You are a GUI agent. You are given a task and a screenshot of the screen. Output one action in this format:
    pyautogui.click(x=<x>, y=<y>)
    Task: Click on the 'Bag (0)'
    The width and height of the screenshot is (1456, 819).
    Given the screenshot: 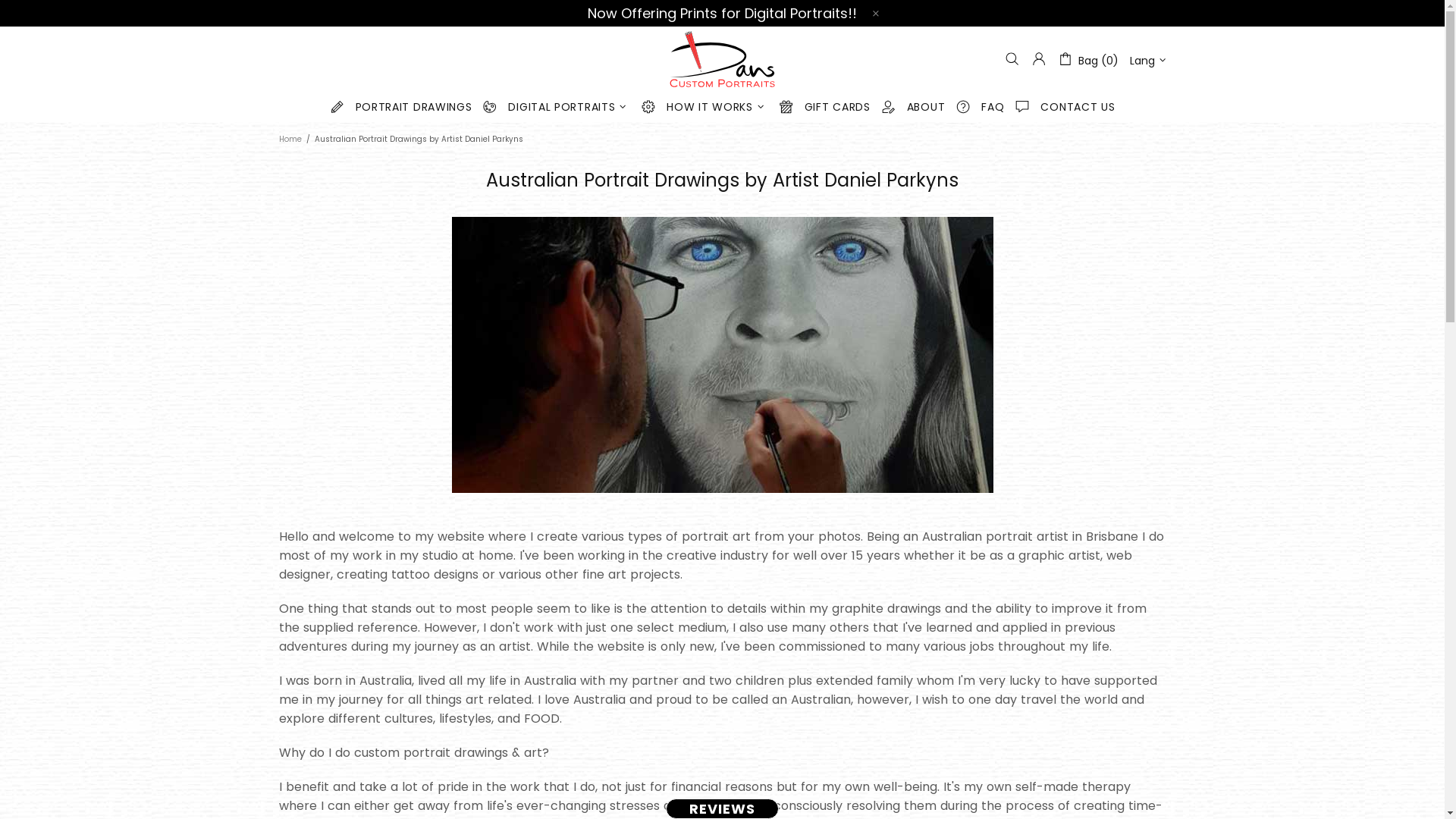 What is the action you would take?
    pyautogui.click(x=1087, y=58)
    